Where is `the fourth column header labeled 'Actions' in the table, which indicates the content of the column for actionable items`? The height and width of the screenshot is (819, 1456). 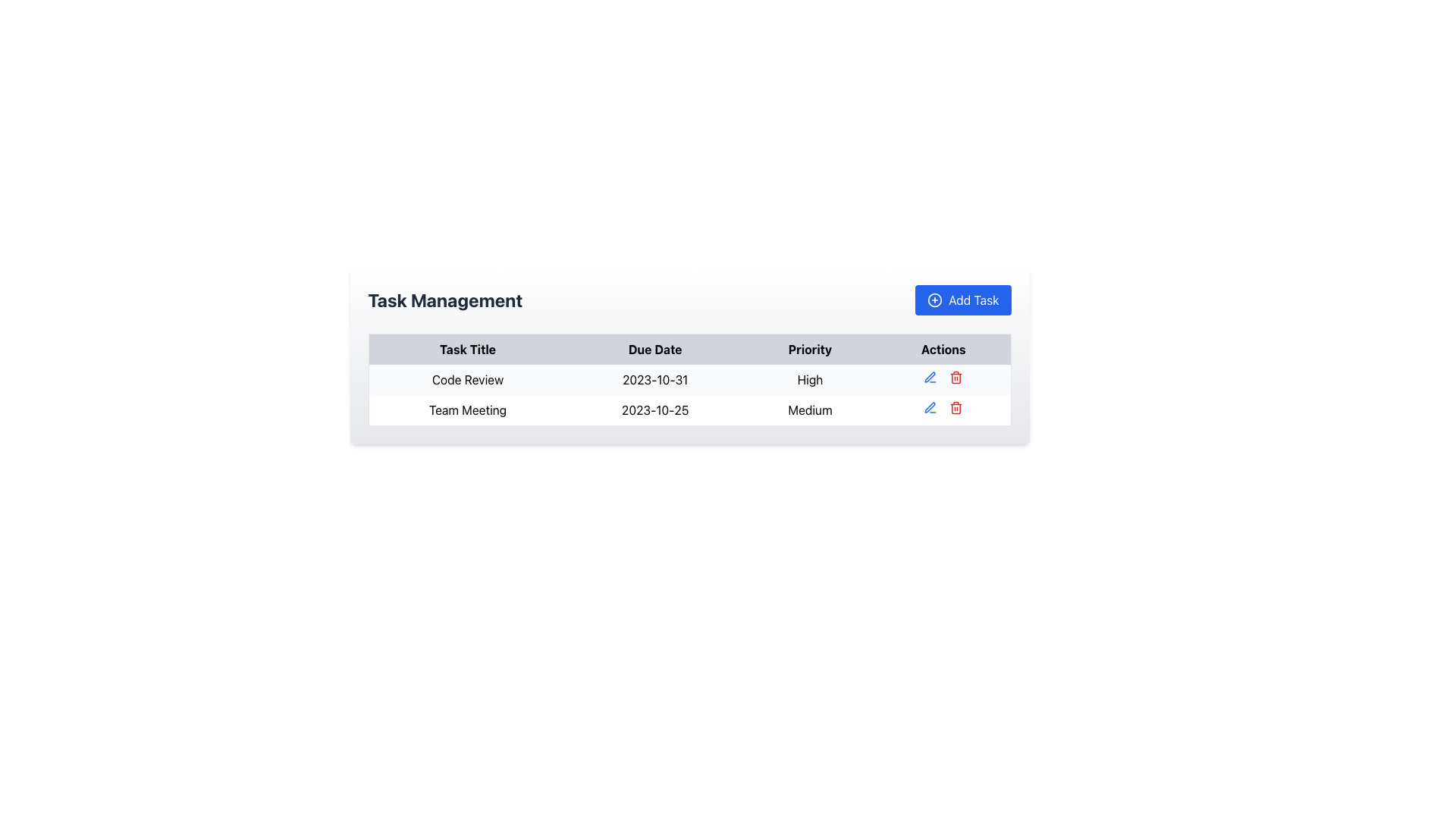
the fourth column header labeled 'Actions' in the table, which indicates the content of the column for actionable items is located at coordinates (943, 349).